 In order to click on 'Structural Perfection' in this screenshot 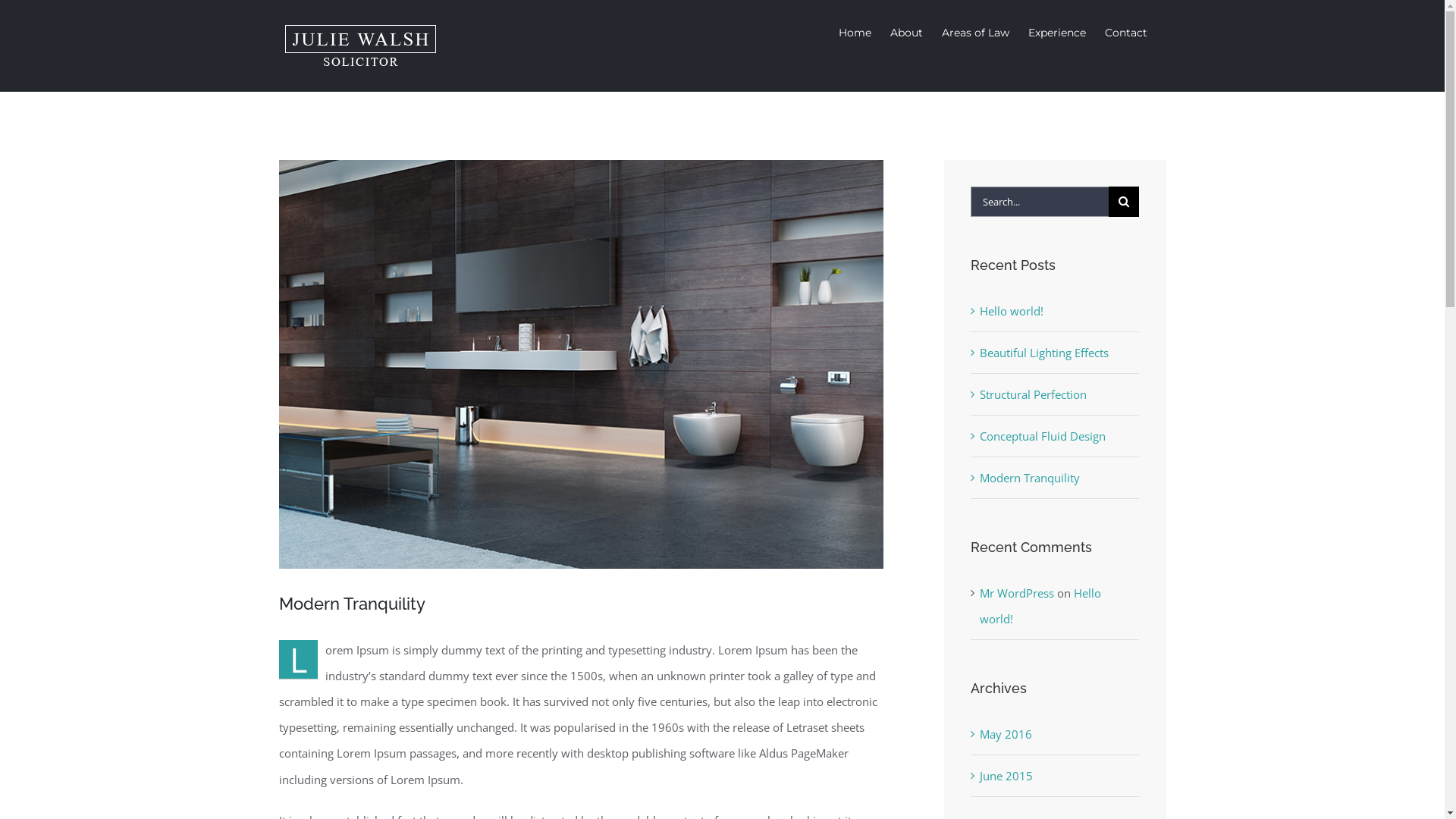, I will do `click(1032, 394)`.